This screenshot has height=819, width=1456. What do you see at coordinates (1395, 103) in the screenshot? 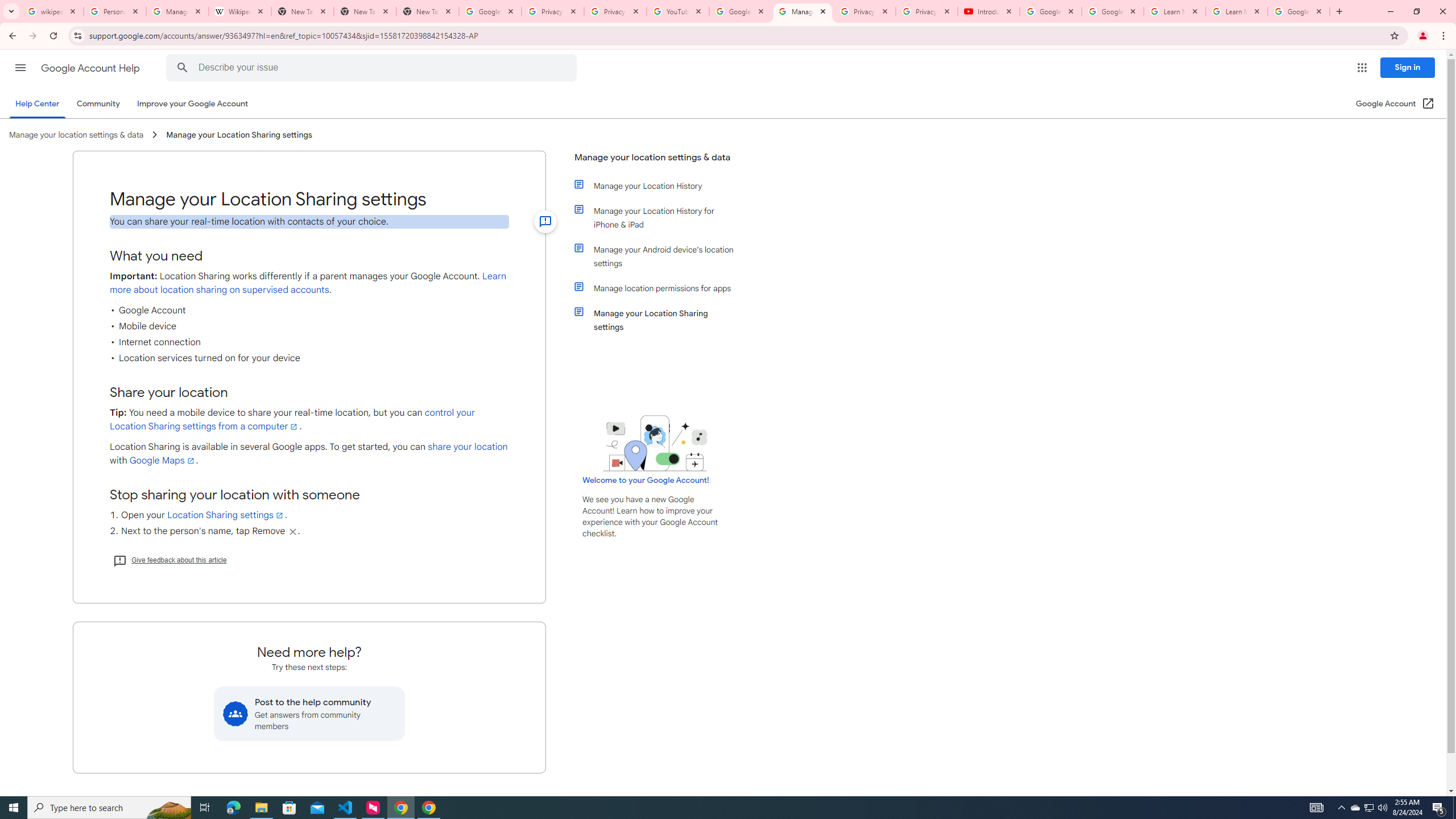
I see `'Google Account (Open in a new window)'` at bounding box center [1395, 103].